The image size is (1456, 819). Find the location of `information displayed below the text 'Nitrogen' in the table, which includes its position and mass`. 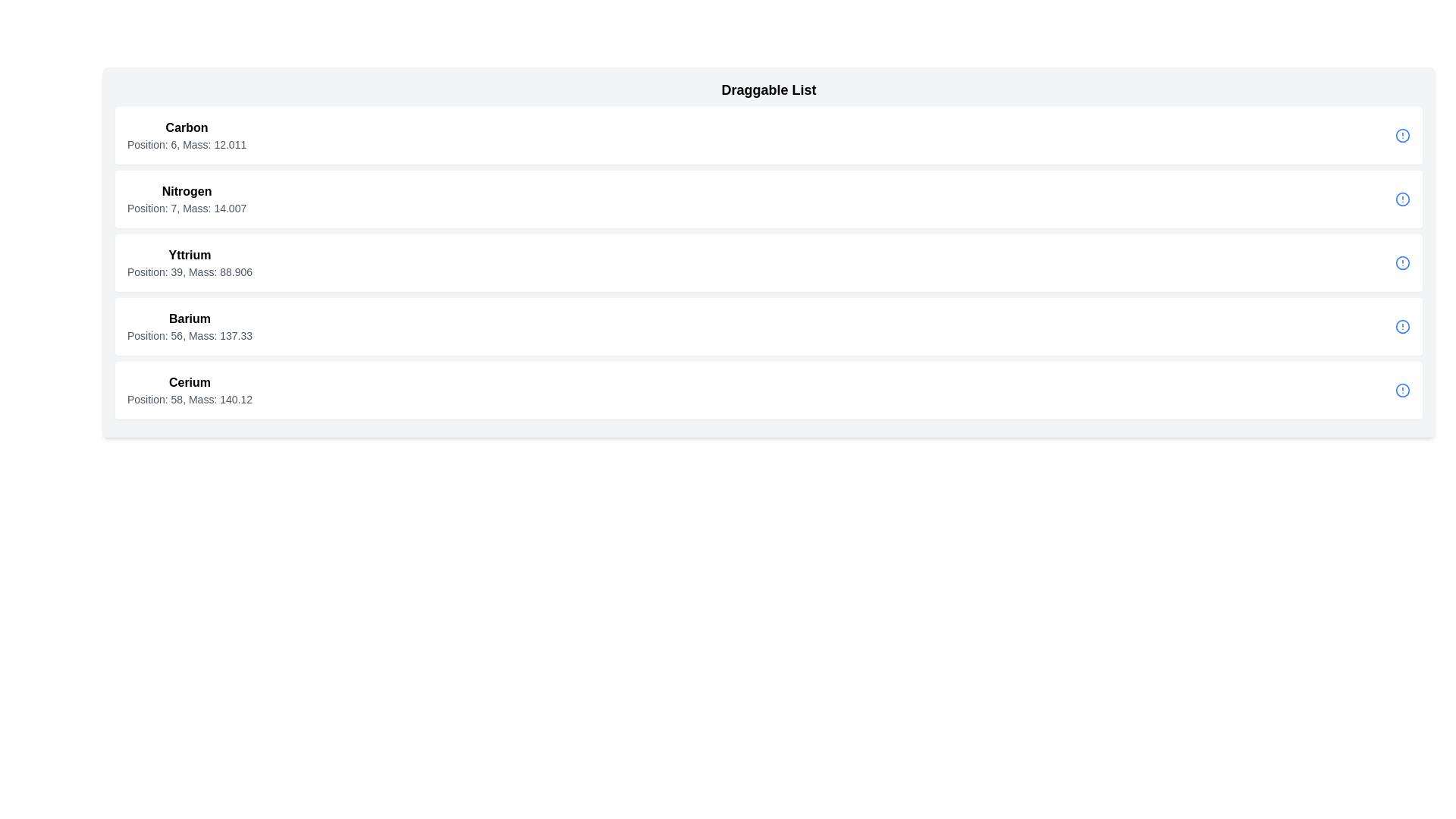

information displayed below the text 'Nitrogen' in the table, which includes its position and mass is located at coordinates (186, 208).